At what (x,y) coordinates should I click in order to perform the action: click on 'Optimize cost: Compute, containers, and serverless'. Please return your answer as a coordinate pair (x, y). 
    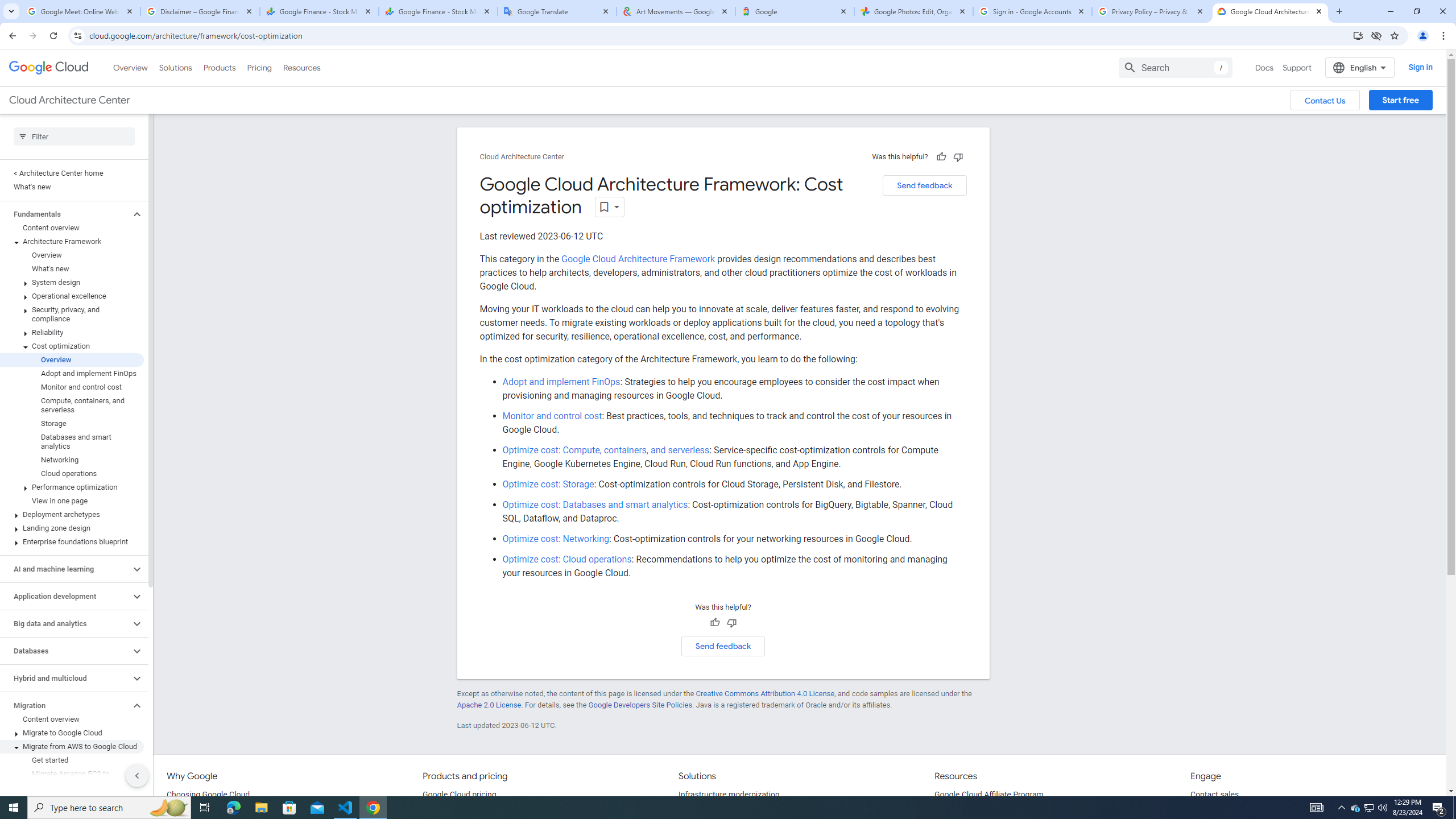
    Looking at the image, I should click on (606, 449).